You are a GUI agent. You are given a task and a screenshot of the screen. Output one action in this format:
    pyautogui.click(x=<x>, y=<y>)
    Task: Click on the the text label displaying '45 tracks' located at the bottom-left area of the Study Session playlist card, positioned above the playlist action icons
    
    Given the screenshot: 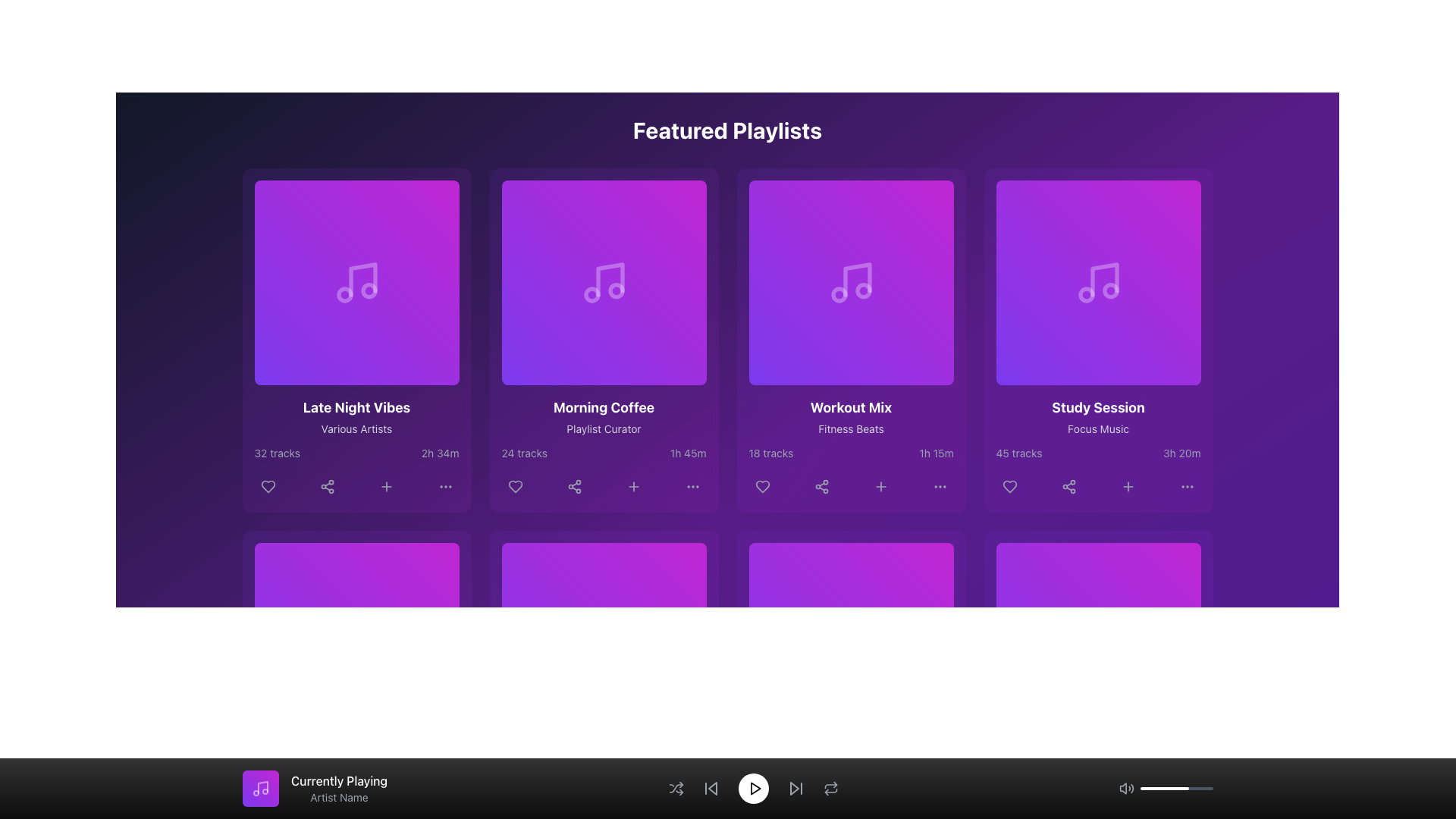 What is the action you would take?
    pyautogui.click(x=1019, y=452)
    